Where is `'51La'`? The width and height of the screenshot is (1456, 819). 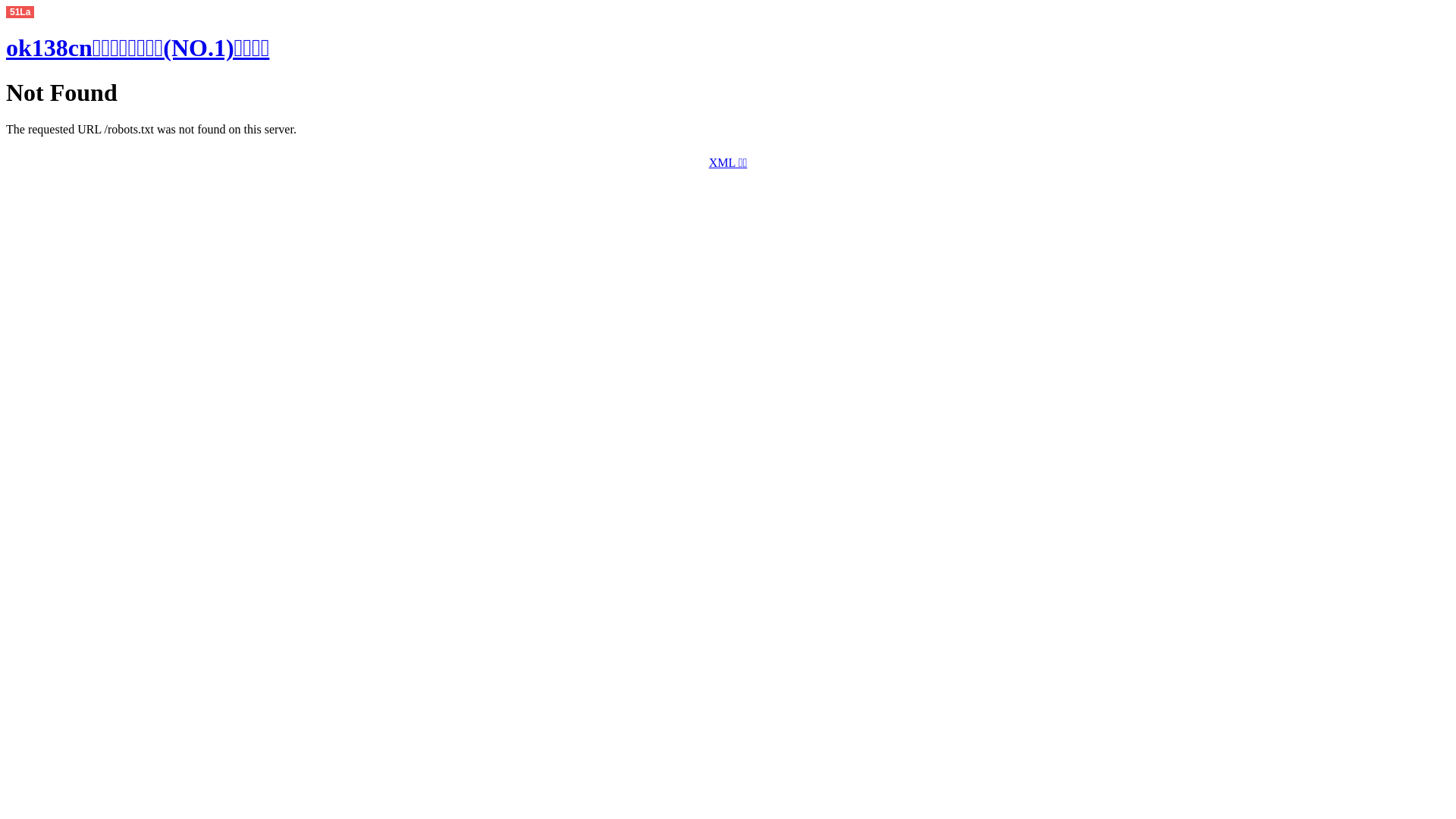 '51La' is located at coordinates (20, 11).